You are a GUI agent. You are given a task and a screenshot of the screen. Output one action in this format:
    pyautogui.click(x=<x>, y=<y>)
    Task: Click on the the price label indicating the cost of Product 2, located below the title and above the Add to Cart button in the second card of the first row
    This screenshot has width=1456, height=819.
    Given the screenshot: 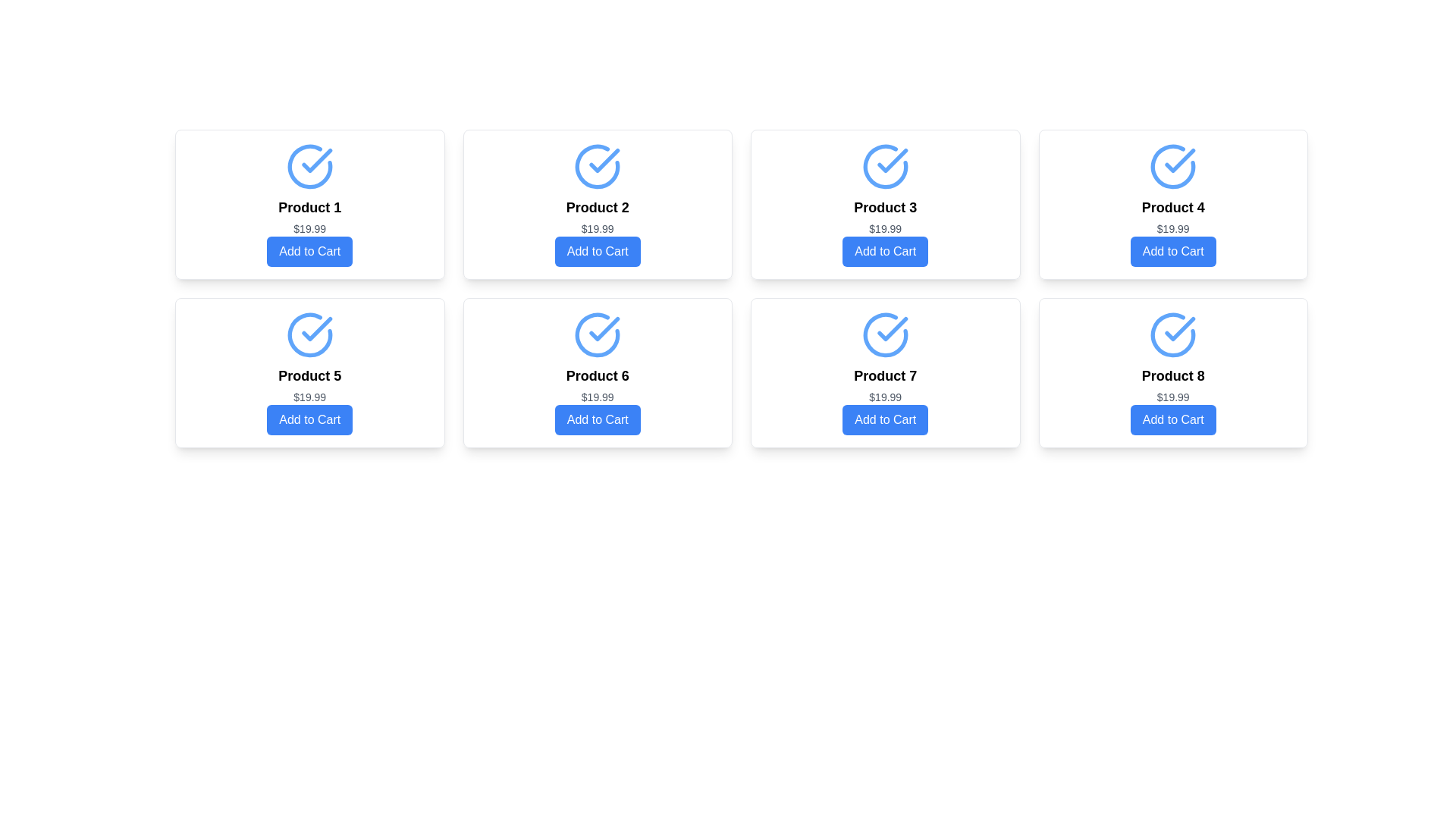 What is the action you would take?
    pyautogui.click(x=597, y=228)
    